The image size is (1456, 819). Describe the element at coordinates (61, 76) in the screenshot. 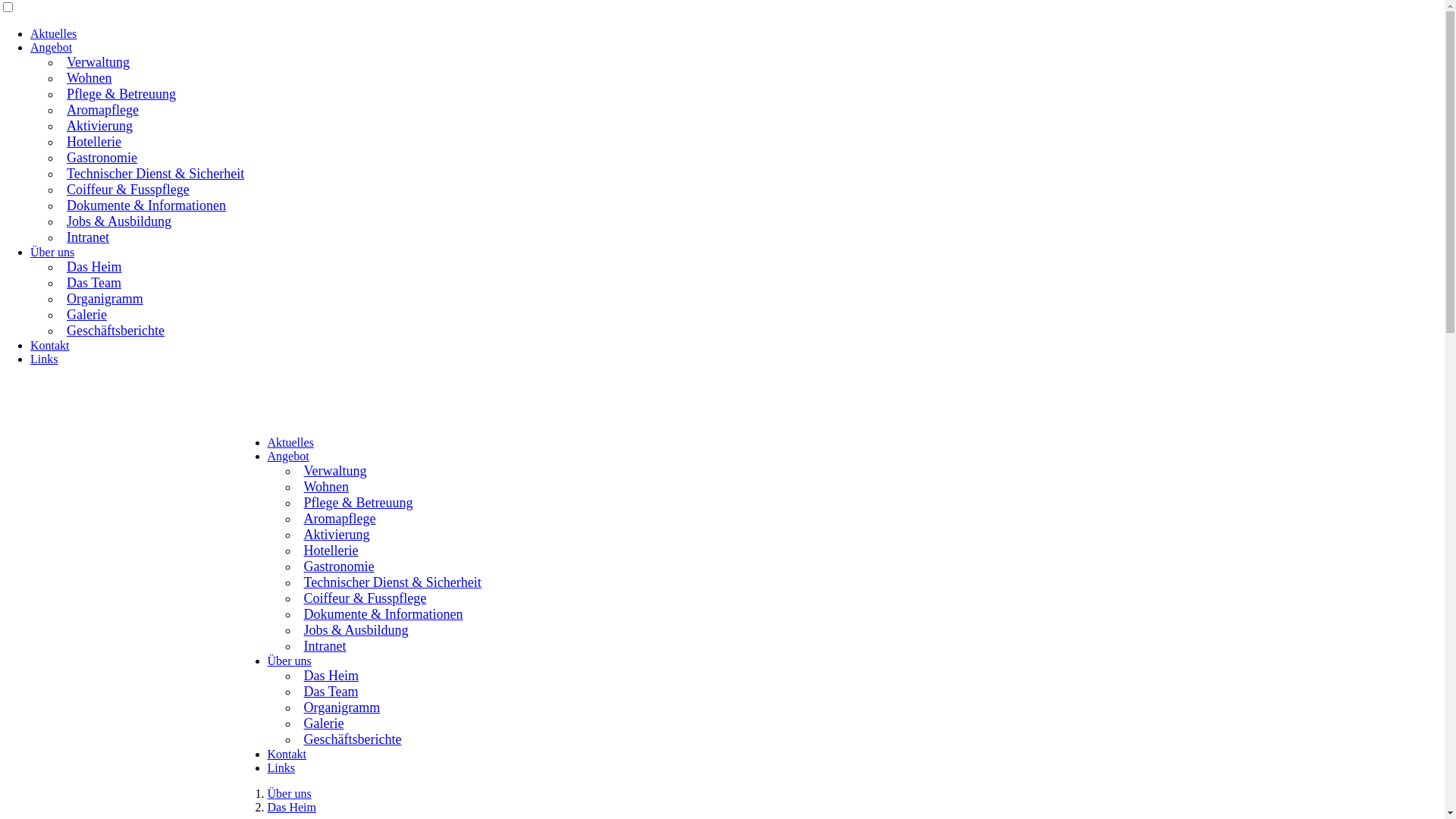

I see `'Wohnen'` at that location.